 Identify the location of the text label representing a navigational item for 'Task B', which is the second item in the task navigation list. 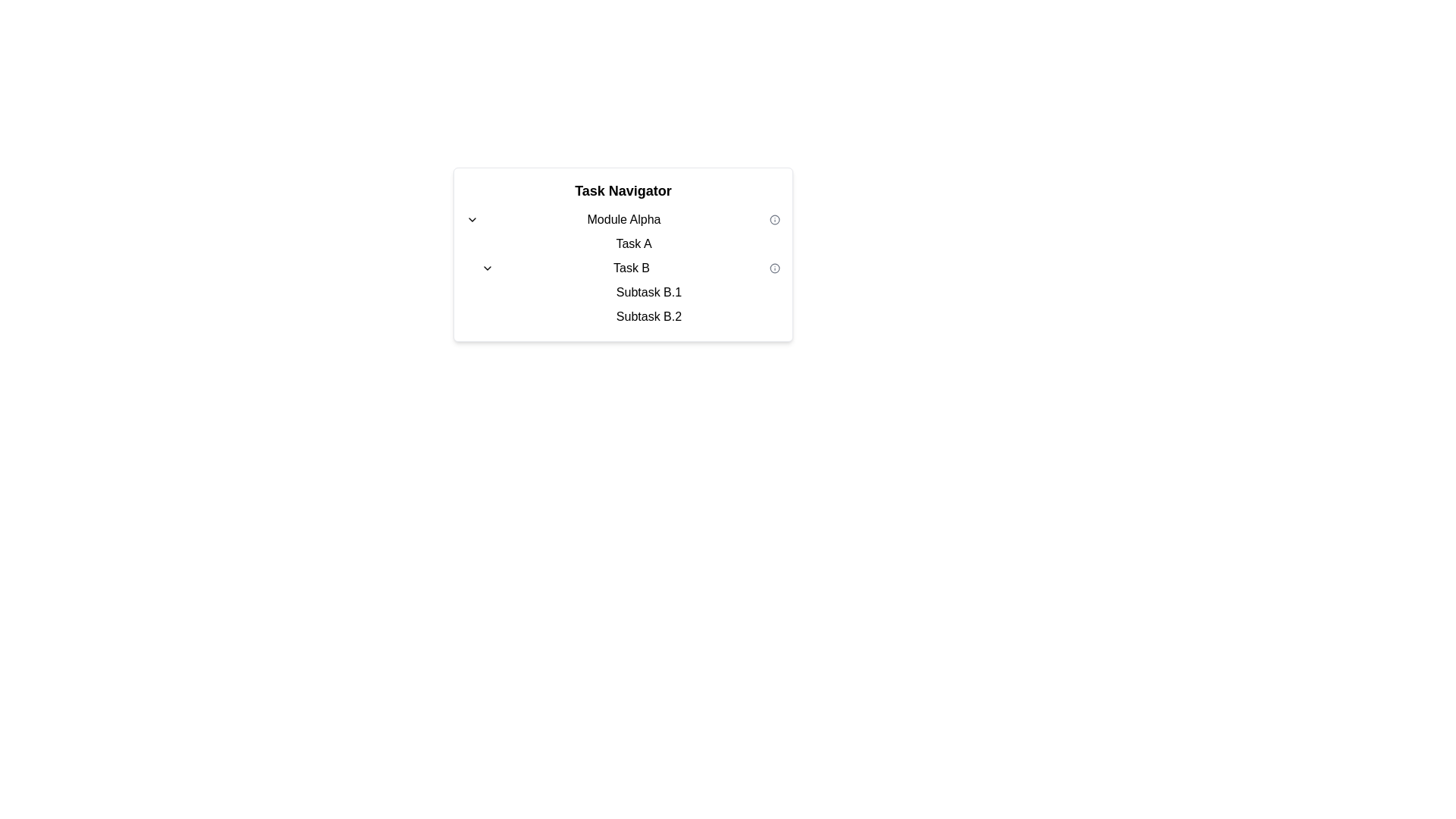
(648, 315).